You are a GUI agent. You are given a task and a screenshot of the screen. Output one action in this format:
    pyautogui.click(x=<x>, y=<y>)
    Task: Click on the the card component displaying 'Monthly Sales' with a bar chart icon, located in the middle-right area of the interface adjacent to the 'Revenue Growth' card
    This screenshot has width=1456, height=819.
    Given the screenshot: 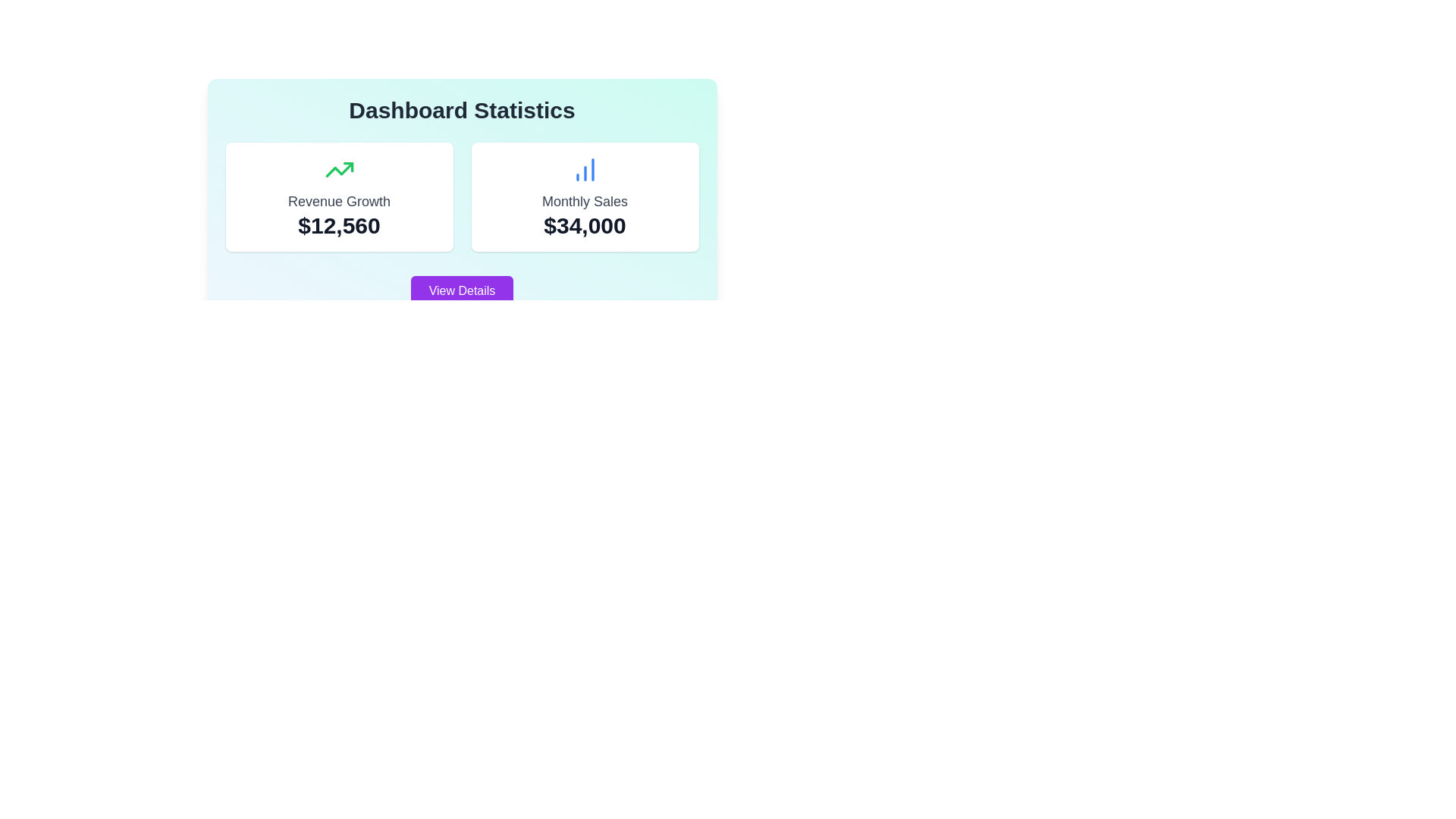 What is the action you would take?
    pyautogui.click(x=584, y=196)
    